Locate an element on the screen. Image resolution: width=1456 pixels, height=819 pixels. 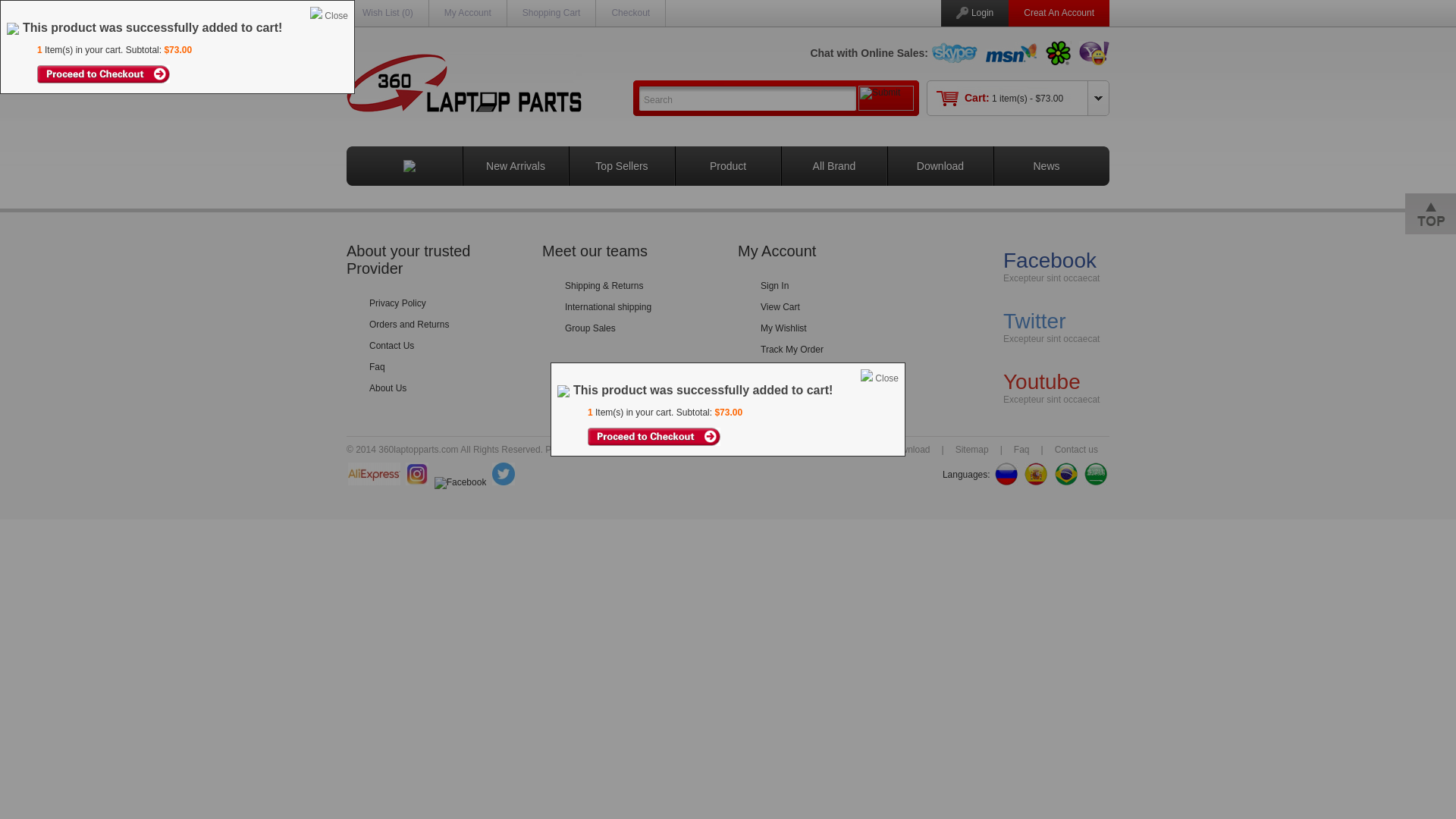
'Search' is located at coordinates (638, 98).